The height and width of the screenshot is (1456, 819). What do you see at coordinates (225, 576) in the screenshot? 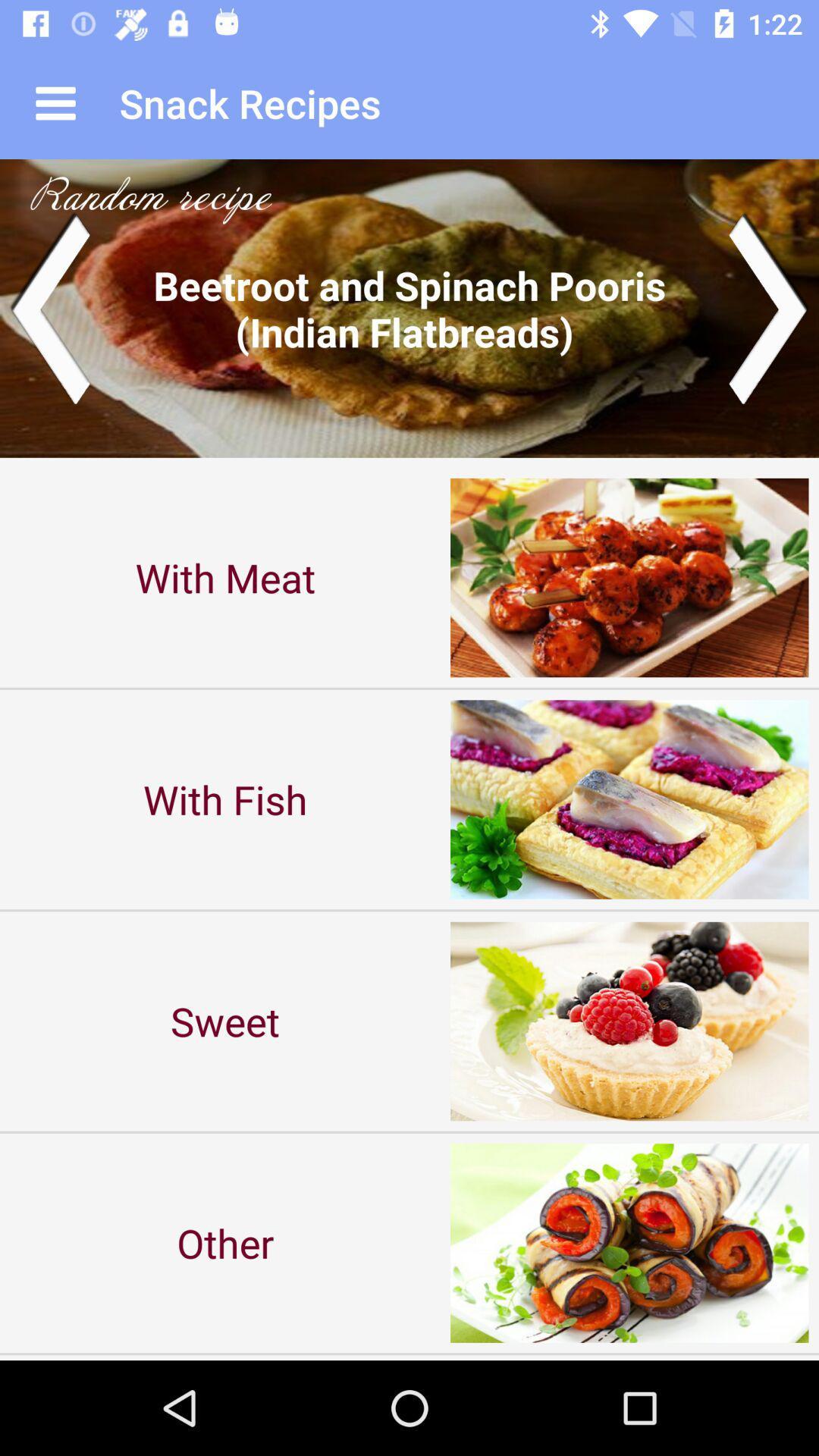
I see `the with meat` at bounding box center [225, 576].